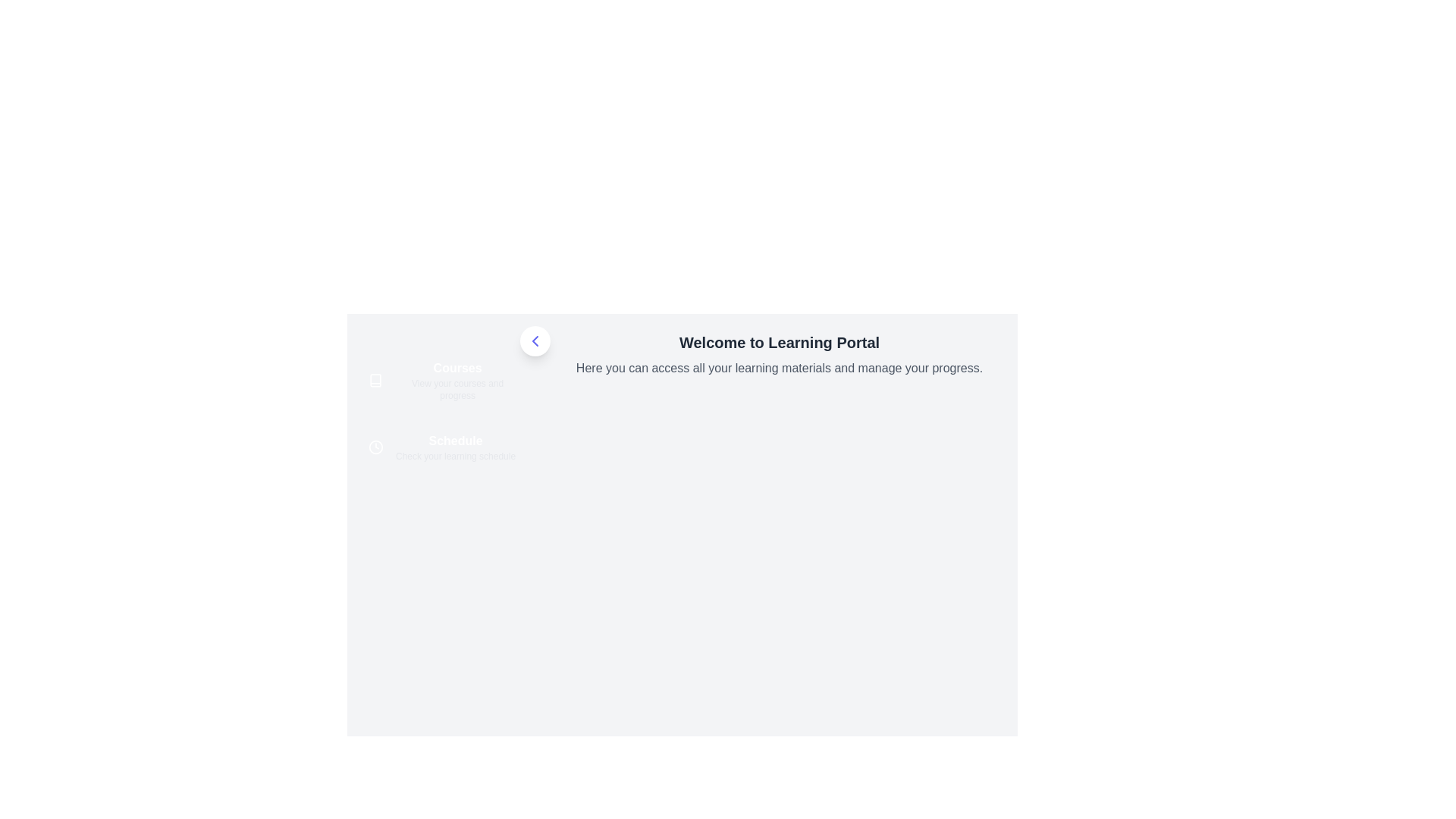  What do you see at coordinates (443, 379) in the screenshot?
I see `the 'Courses' section to view its details` at bounding box center [443, 379].